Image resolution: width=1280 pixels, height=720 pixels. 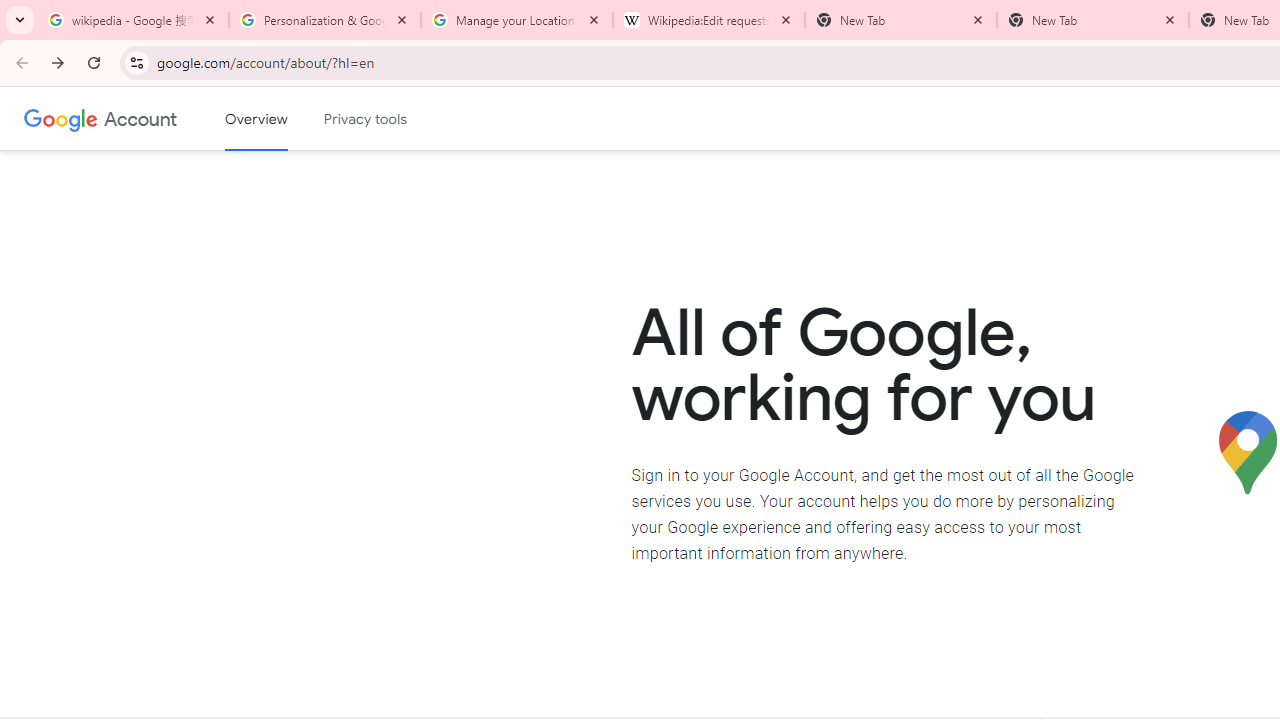 I want to click on 'Google Account', so click(x=139, y=118).